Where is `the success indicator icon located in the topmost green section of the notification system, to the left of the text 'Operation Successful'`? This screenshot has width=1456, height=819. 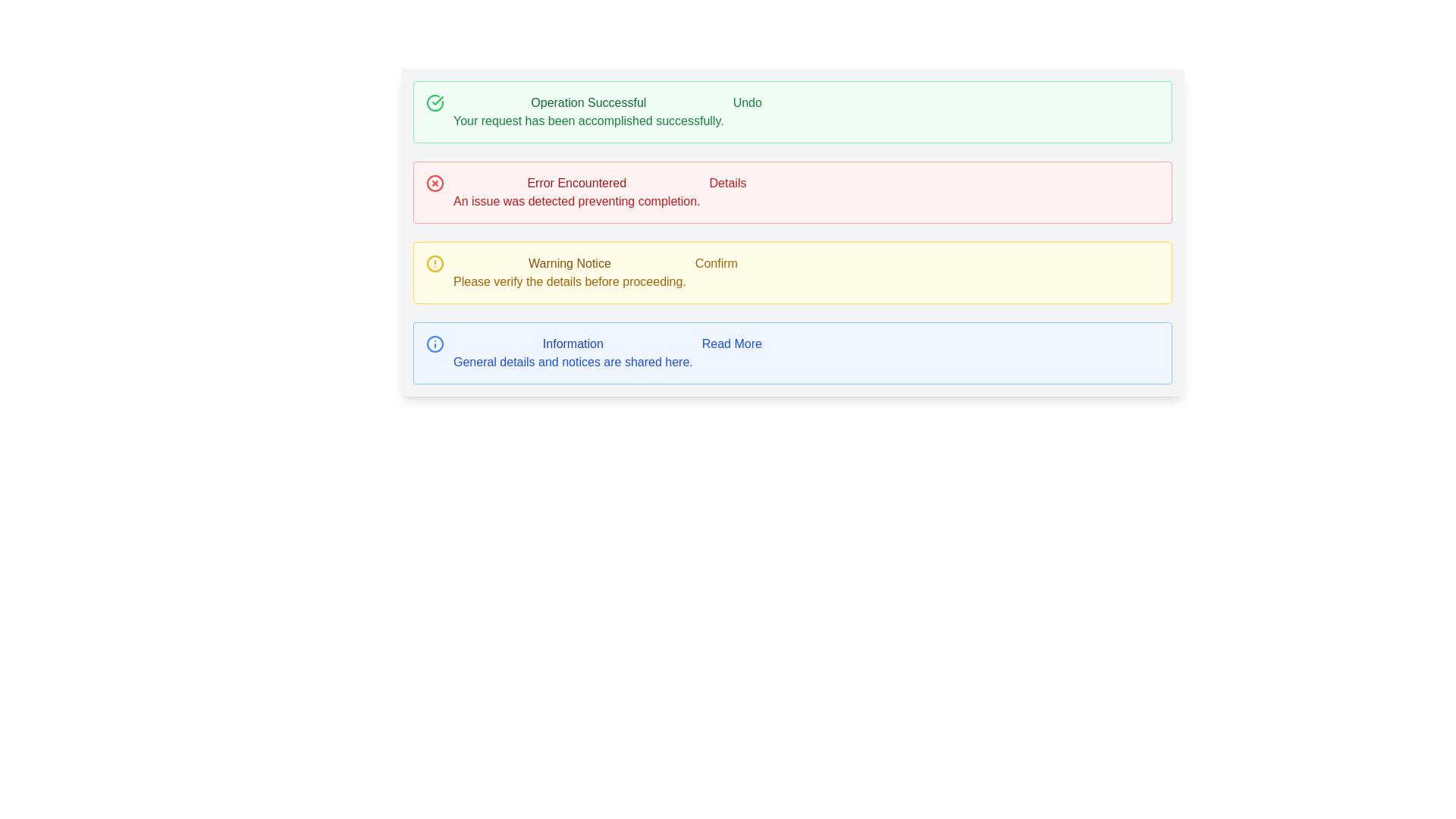
the success indicator icon located in the topmost green section of the notification system, to the left of the text 'Operation Successful' is located at coordinates (437, 100).